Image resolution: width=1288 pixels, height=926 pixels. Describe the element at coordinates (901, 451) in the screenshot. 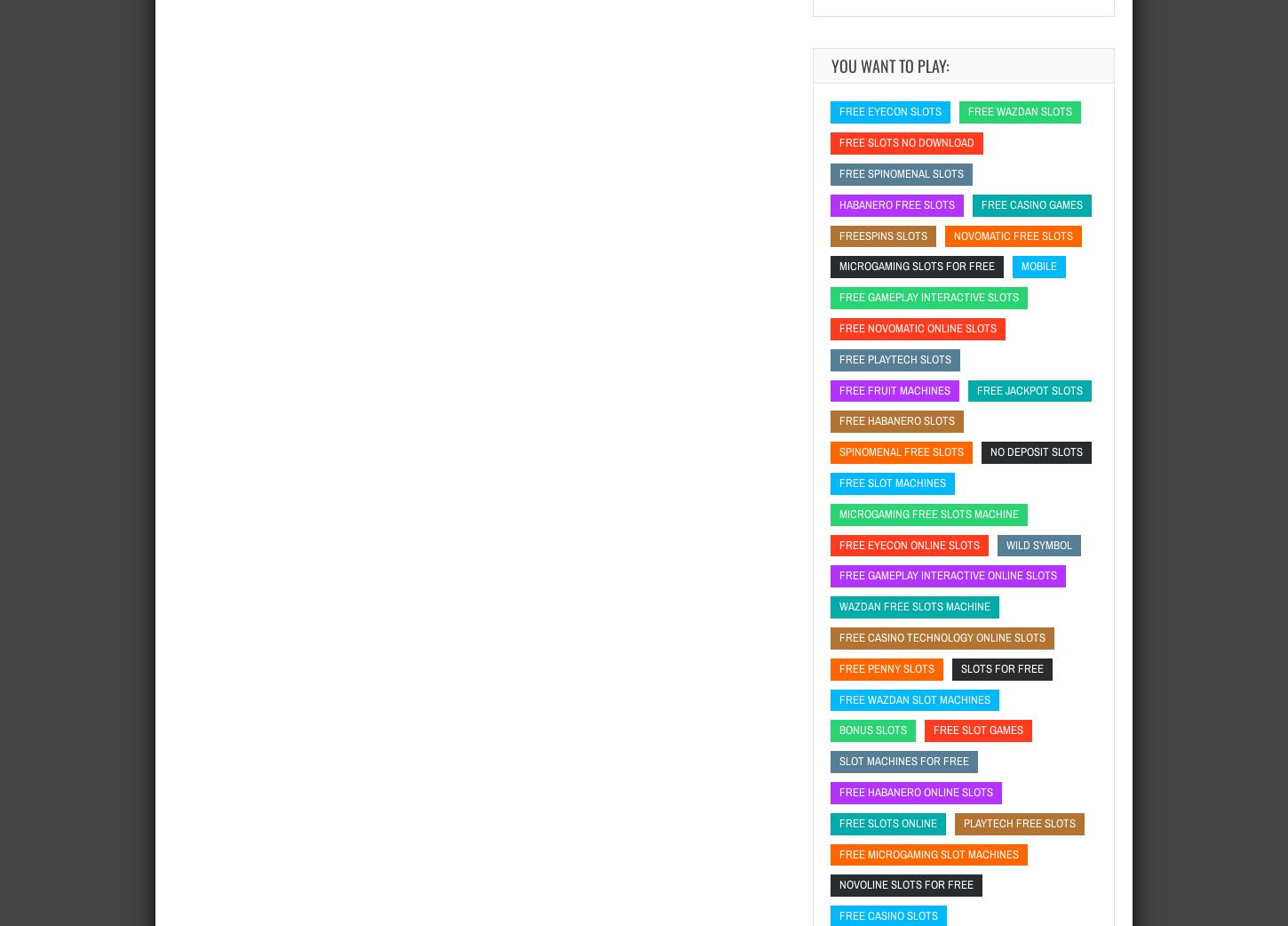

I see `'Spinomenal free slots'` at that location.